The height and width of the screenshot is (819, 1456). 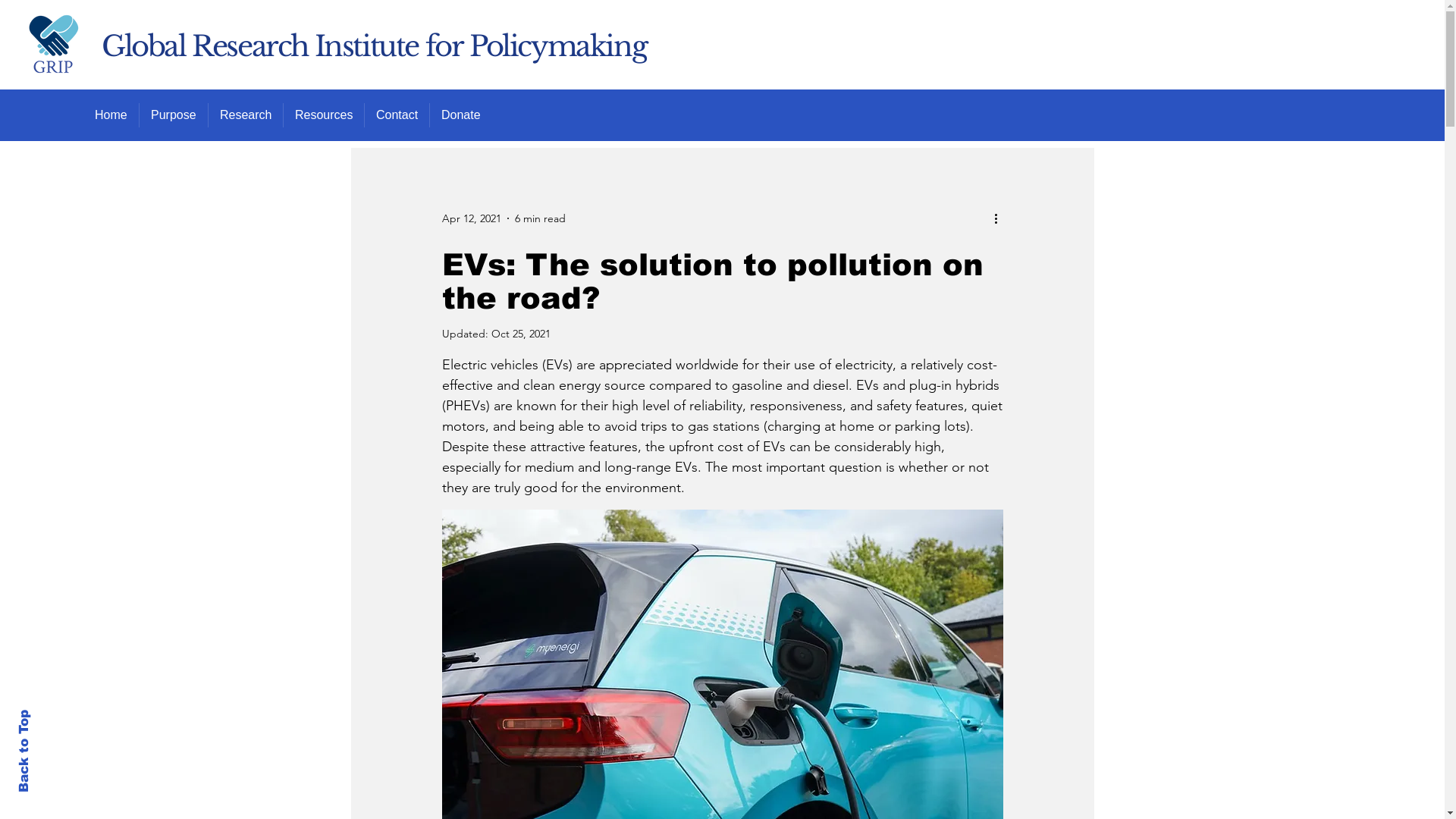 What do you see at coordinates (322, 114) in the screenshot?
I see `'Resources'` at bounding box center [322, 114].